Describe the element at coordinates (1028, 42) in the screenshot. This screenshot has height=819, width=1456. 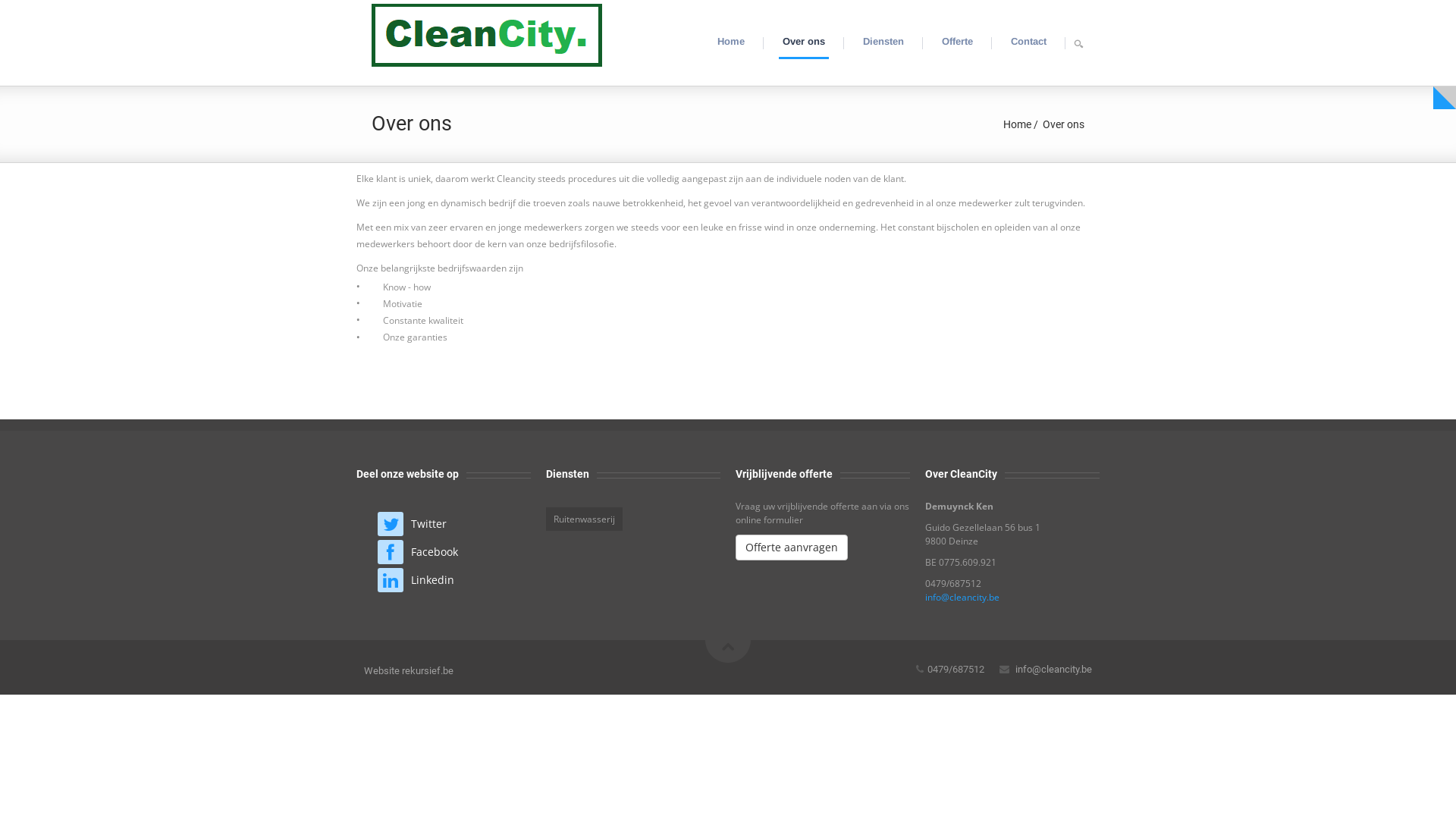
I see `'Contact'` at that location.